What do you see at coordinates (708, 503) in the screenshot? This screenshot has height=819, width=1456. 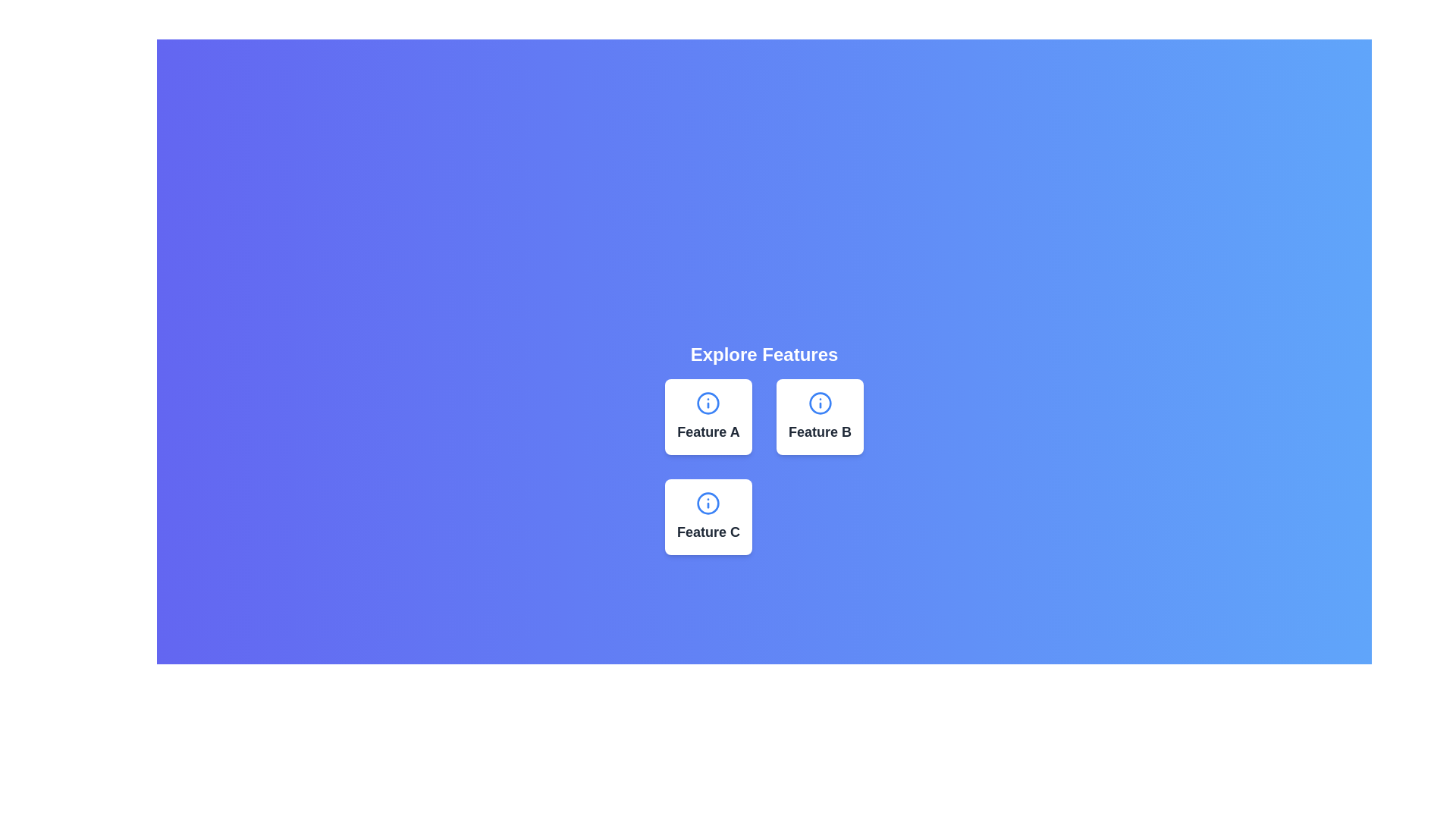 I see `the decorative SVG circle that is part of the information icon, located under the heading 'Explore Features' and adjacent to 'Feature C'` at bounding box center [708, 503].